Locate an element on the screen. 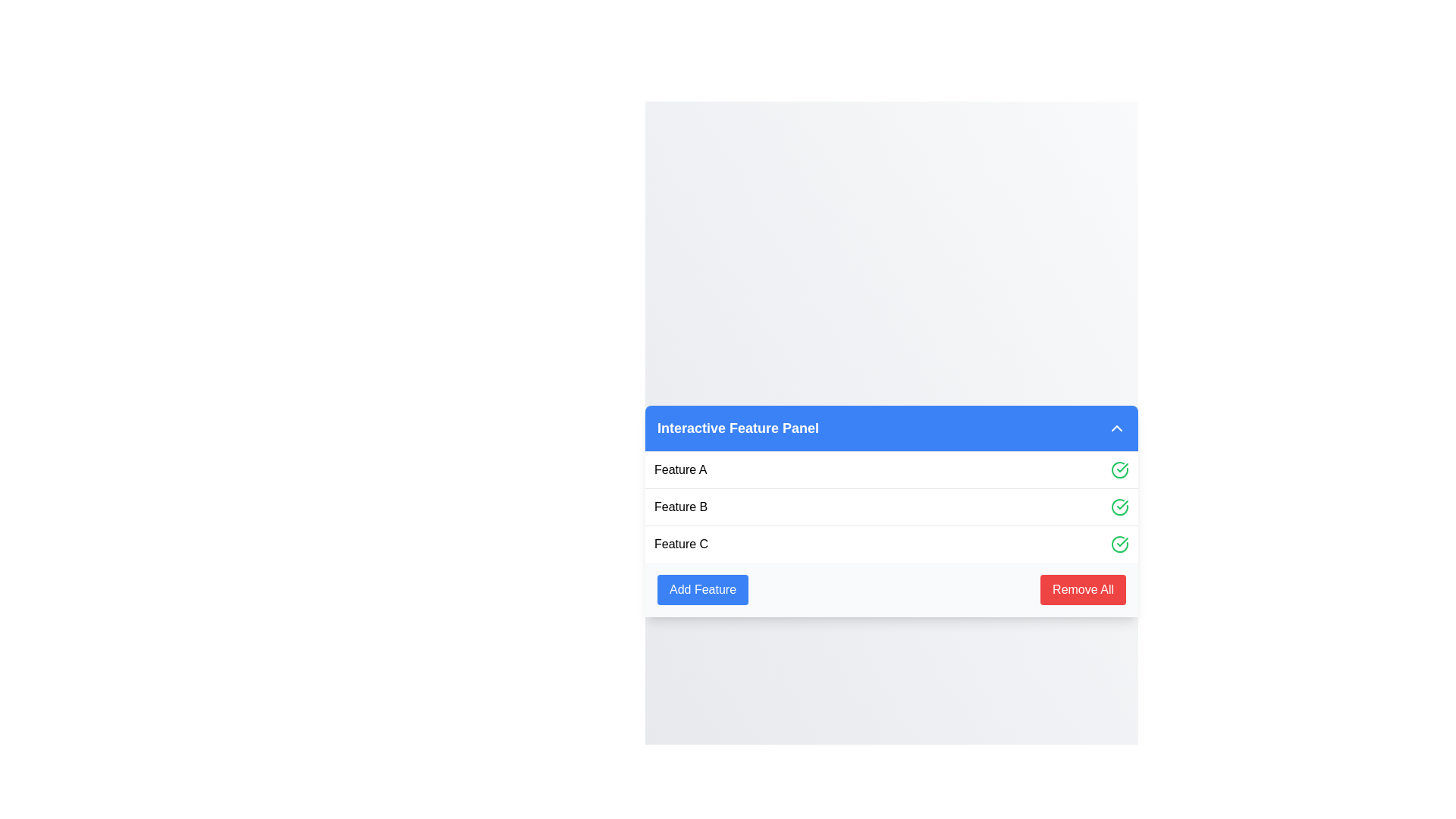 This screenshot has width=1456, height=819. the Label indicating 'Feature C', which is centered vertically within its row and located below 'Feature A' and 'Feature B' is located at coordinates (680, 543).